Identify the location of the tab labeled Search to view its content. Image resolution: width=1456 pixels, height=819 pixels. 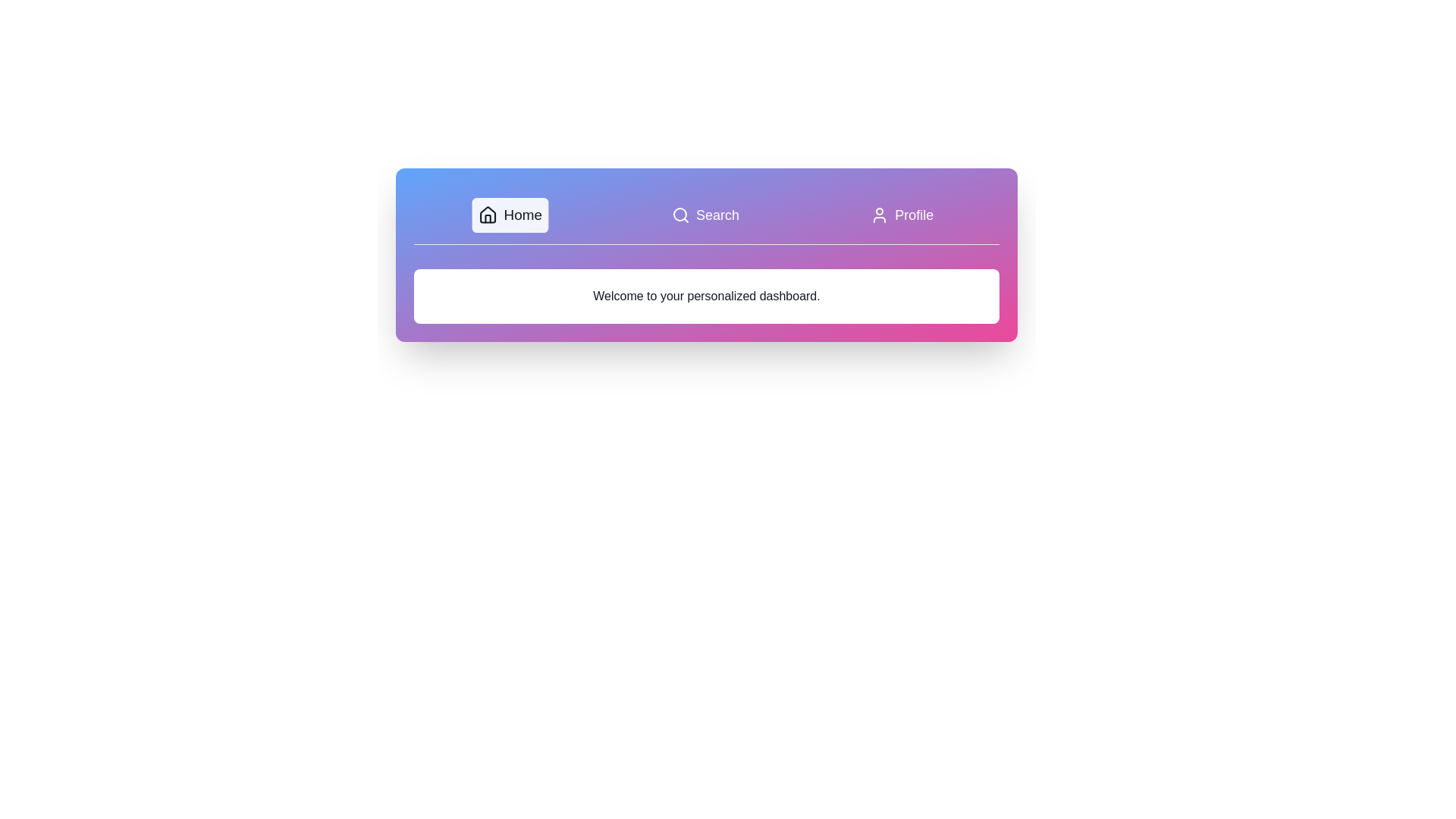
(704, 215).